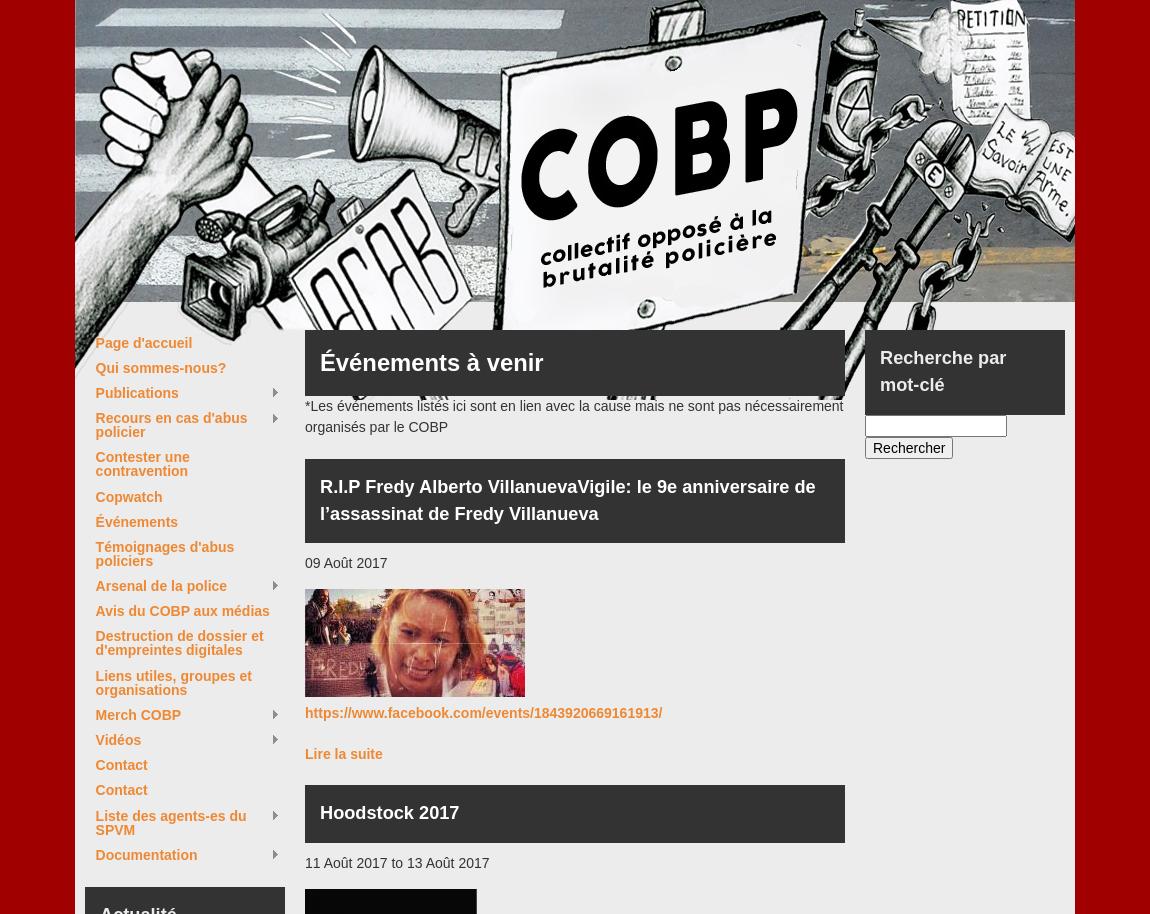 This screenshot has width=1150, height=914. What do you see at coordinates (343, 753) in the screenshot?
I see `'Lire la suite'` at bounding box center [343, 753].